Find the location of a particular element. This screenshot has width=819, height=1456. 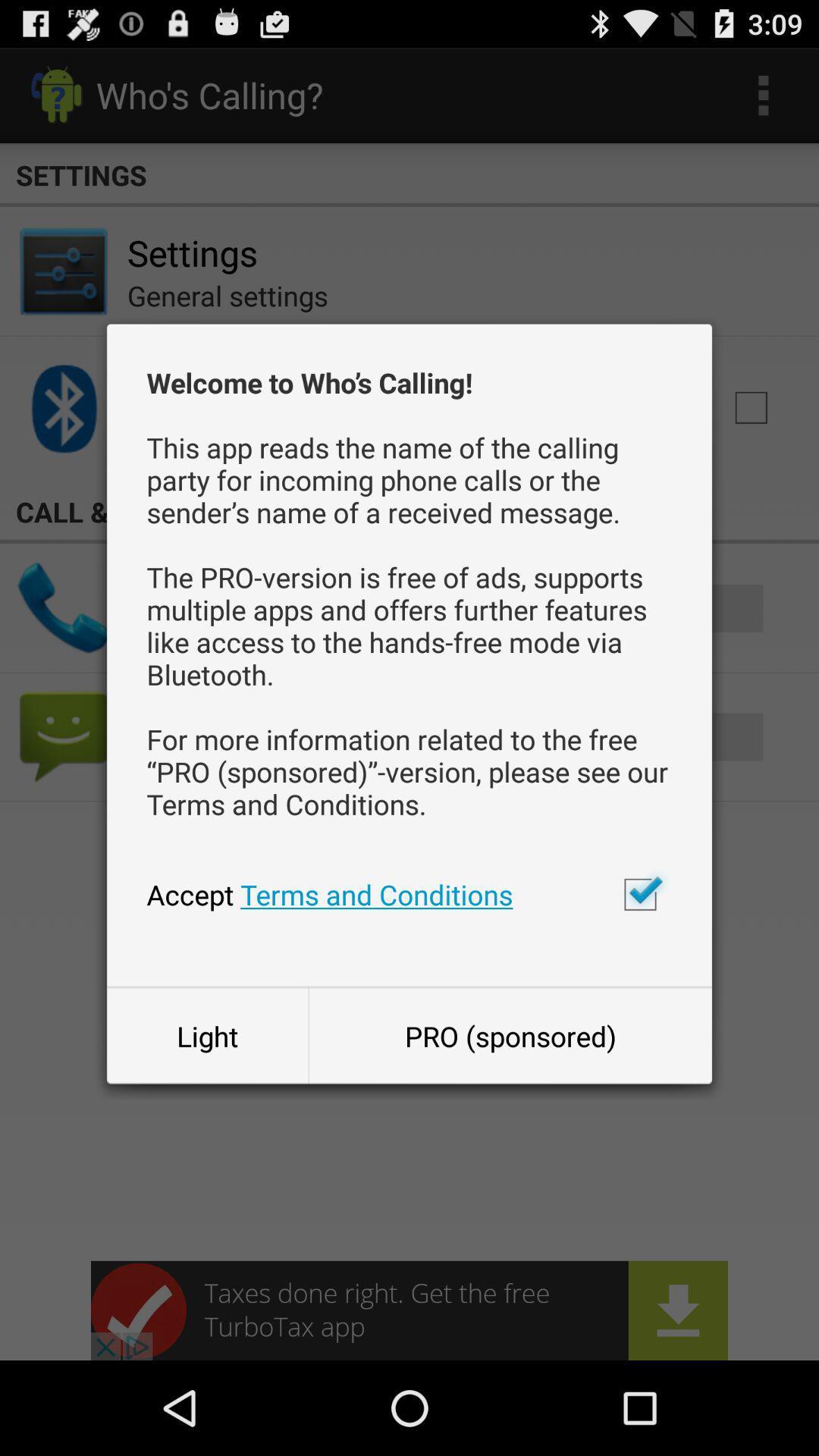

the pro (sponsored) icon is located at coordinates (510, 1035).